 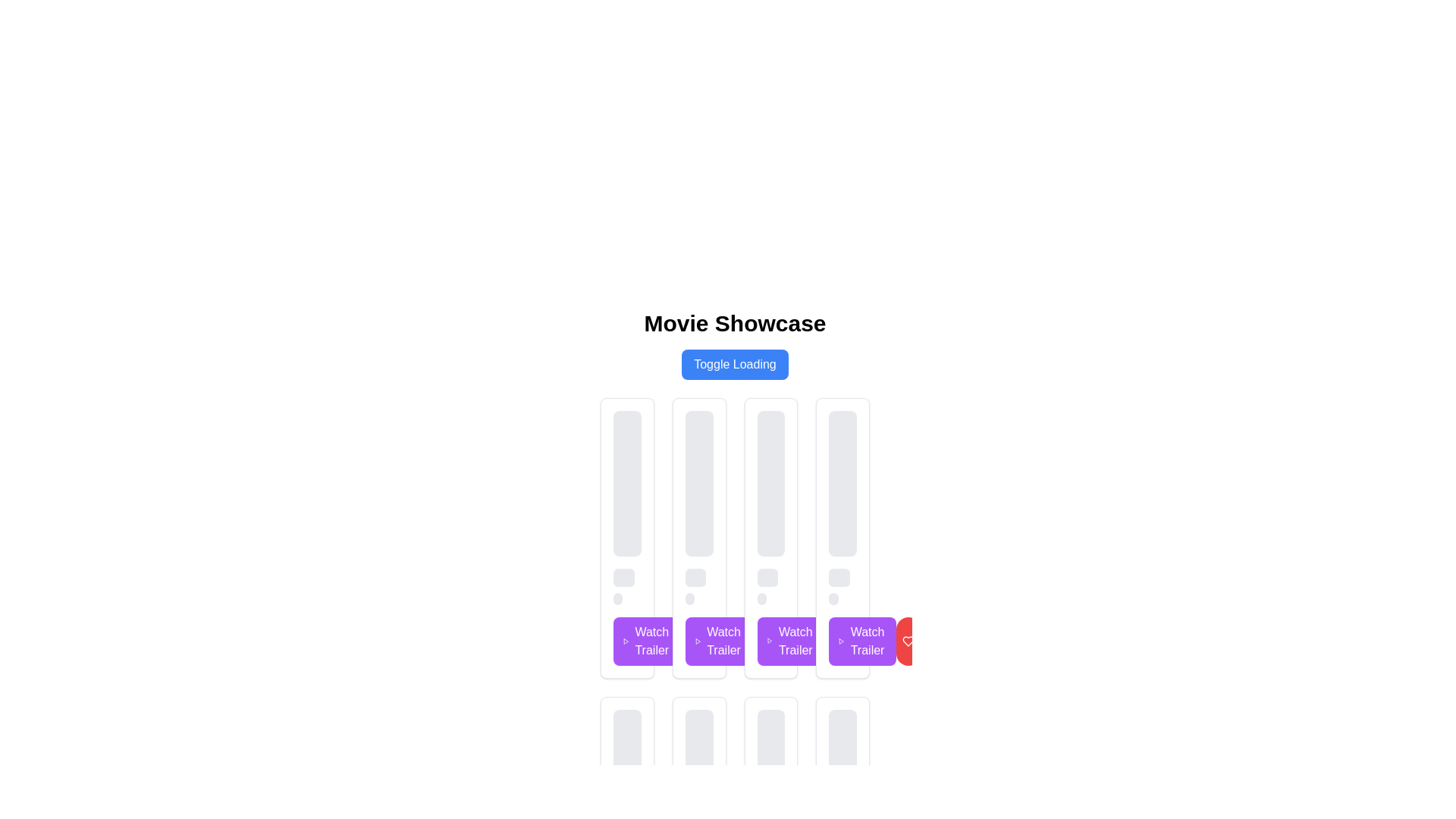 I want to click on the sharing icon located in the center of the blue circular button next to the 'Watch Trailer' purple button for the fourth card, so click(x=867, y=641).